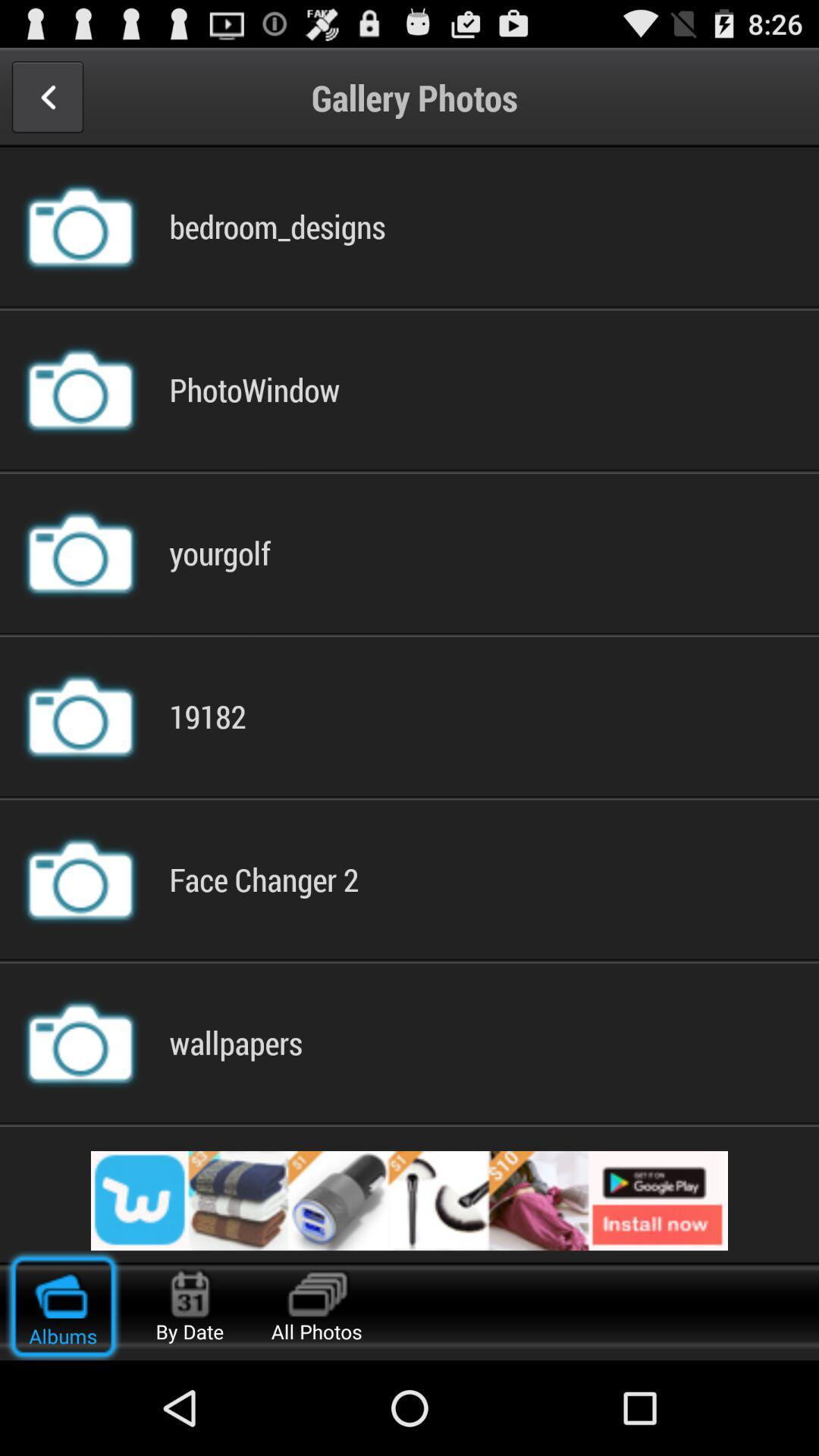 This screenshot has width=819, height=1456. I want to click on calendar icon, so click(189, 1284).